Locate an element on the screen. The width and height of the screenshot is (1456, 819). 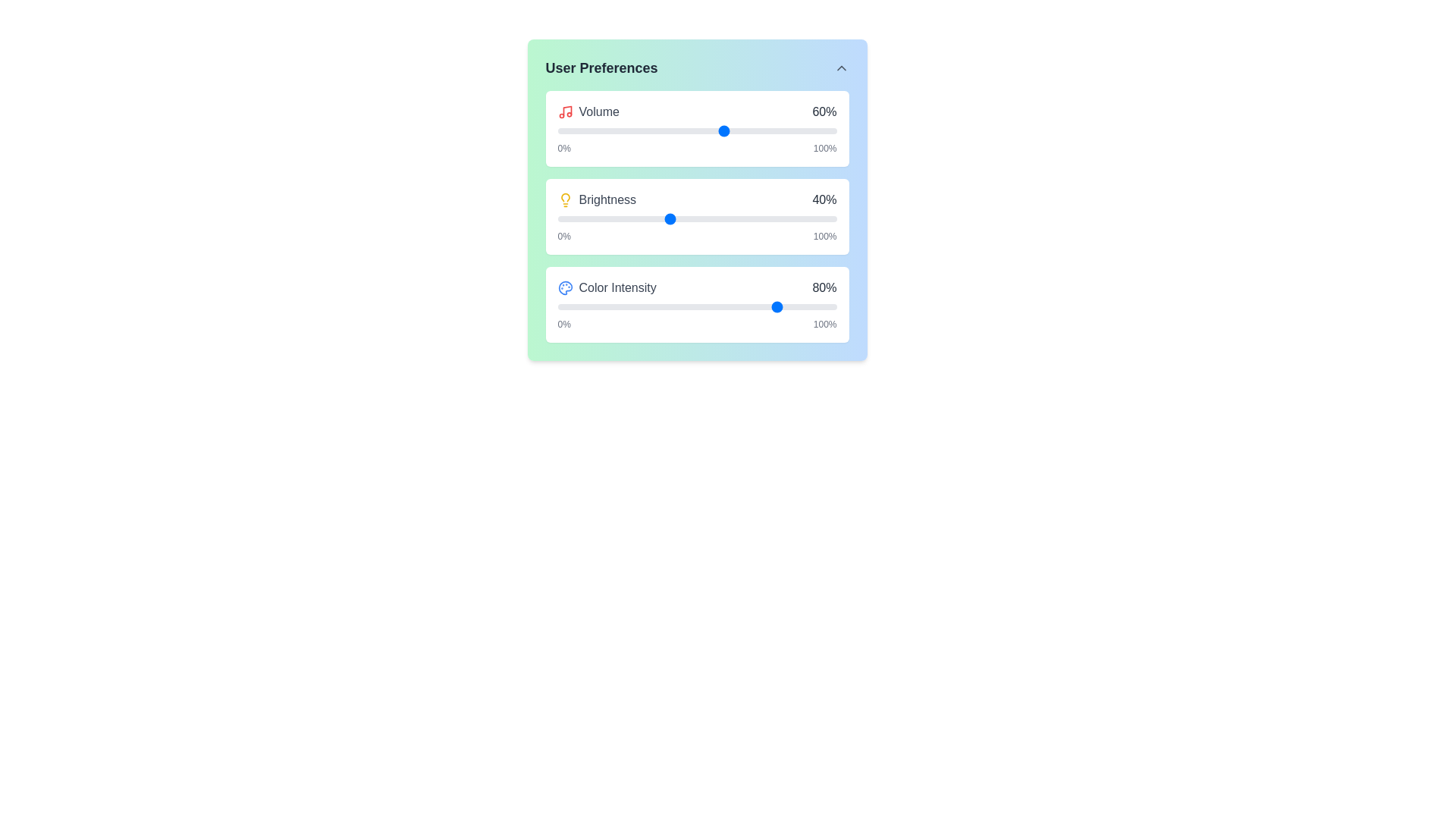
the volume is located at coordinates (679, 130).